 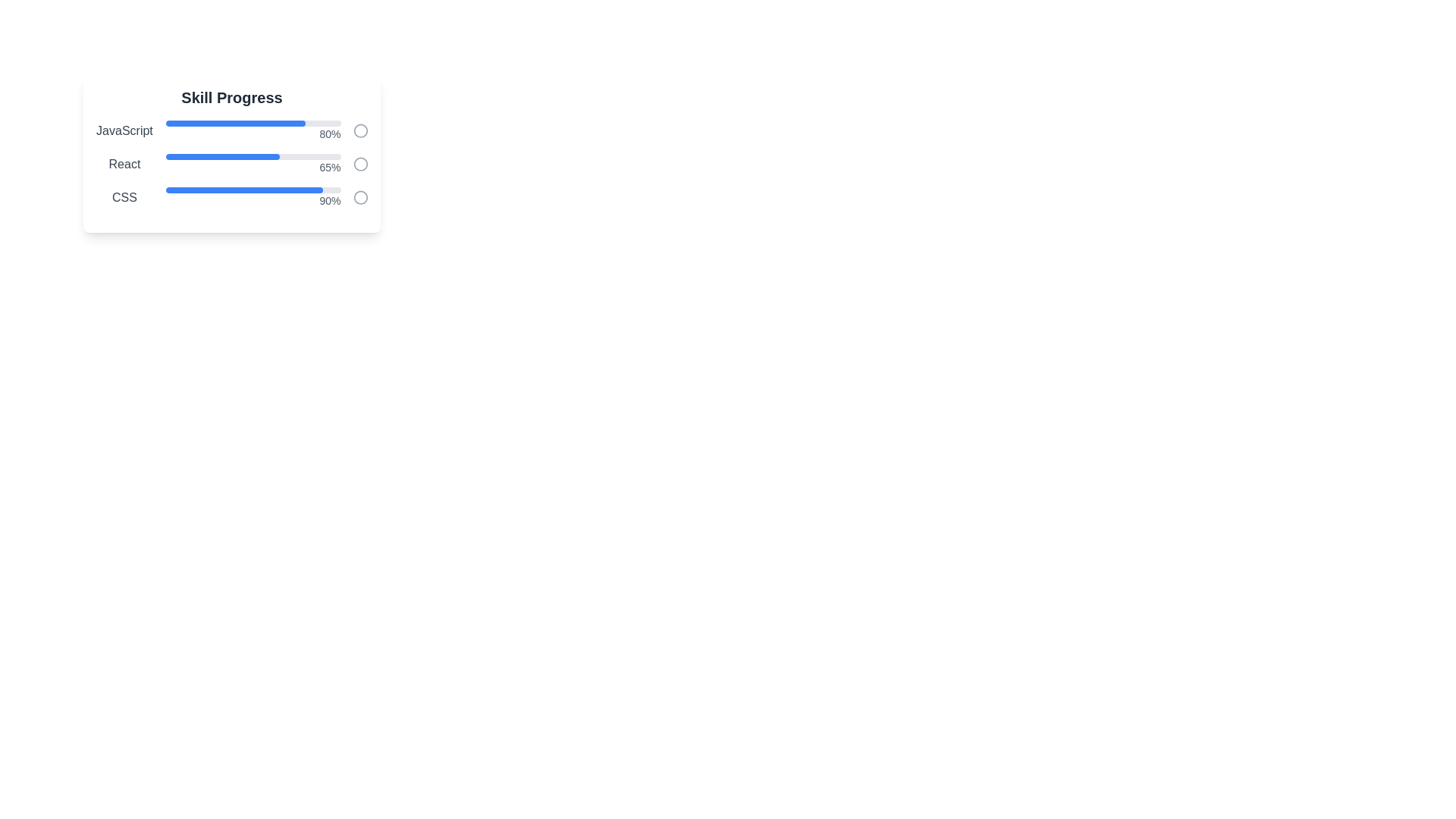 What do you see at coordinates (359, 197) in the screenshot?
I see `the circular icon with a gray outline located at the end of the 'CSS' skill progress row` at bounding box center [359, 197].